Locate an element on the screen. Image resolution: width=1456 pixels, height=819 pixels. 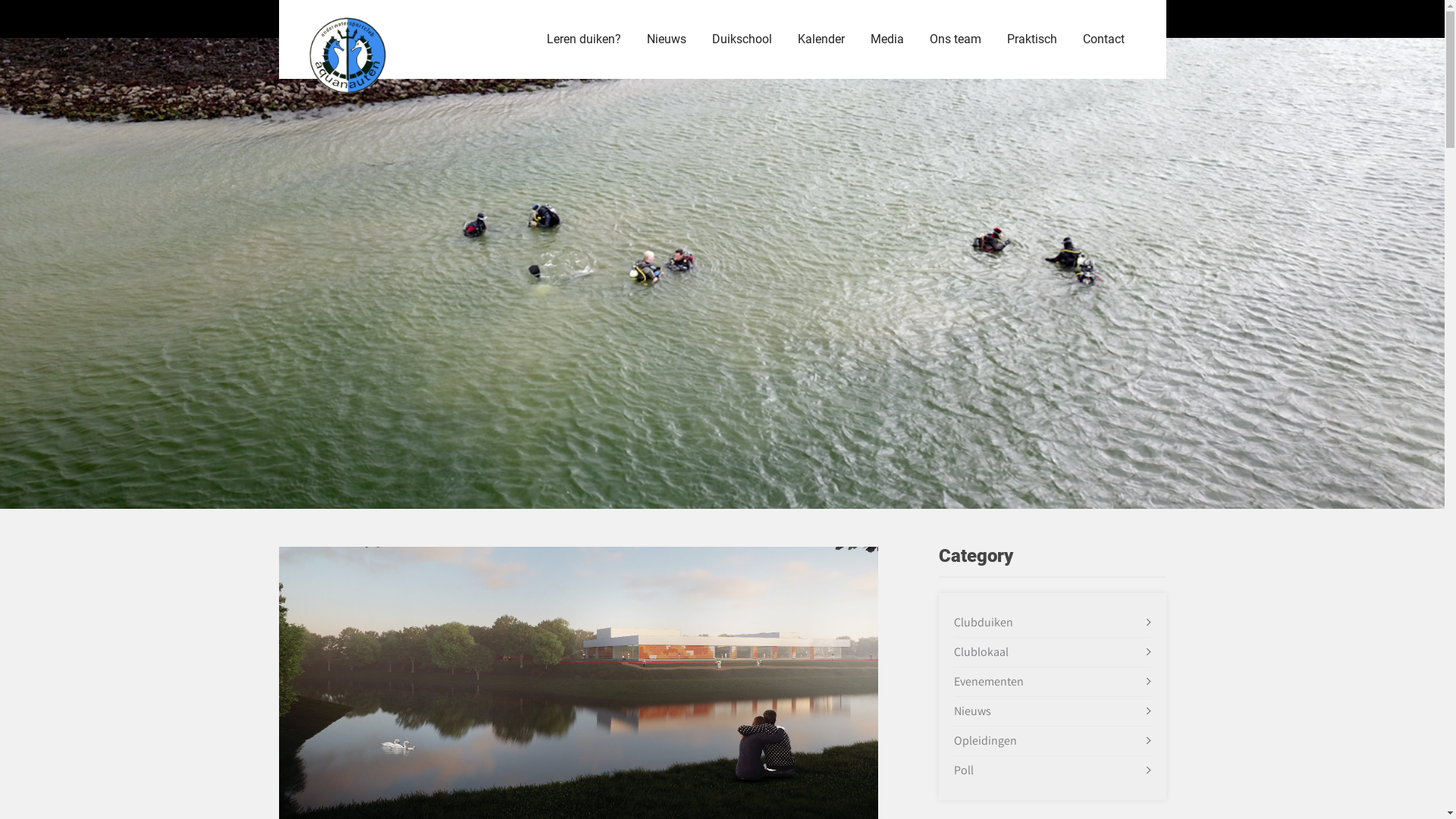
'Contact' is located at coordinates (1069, 38).